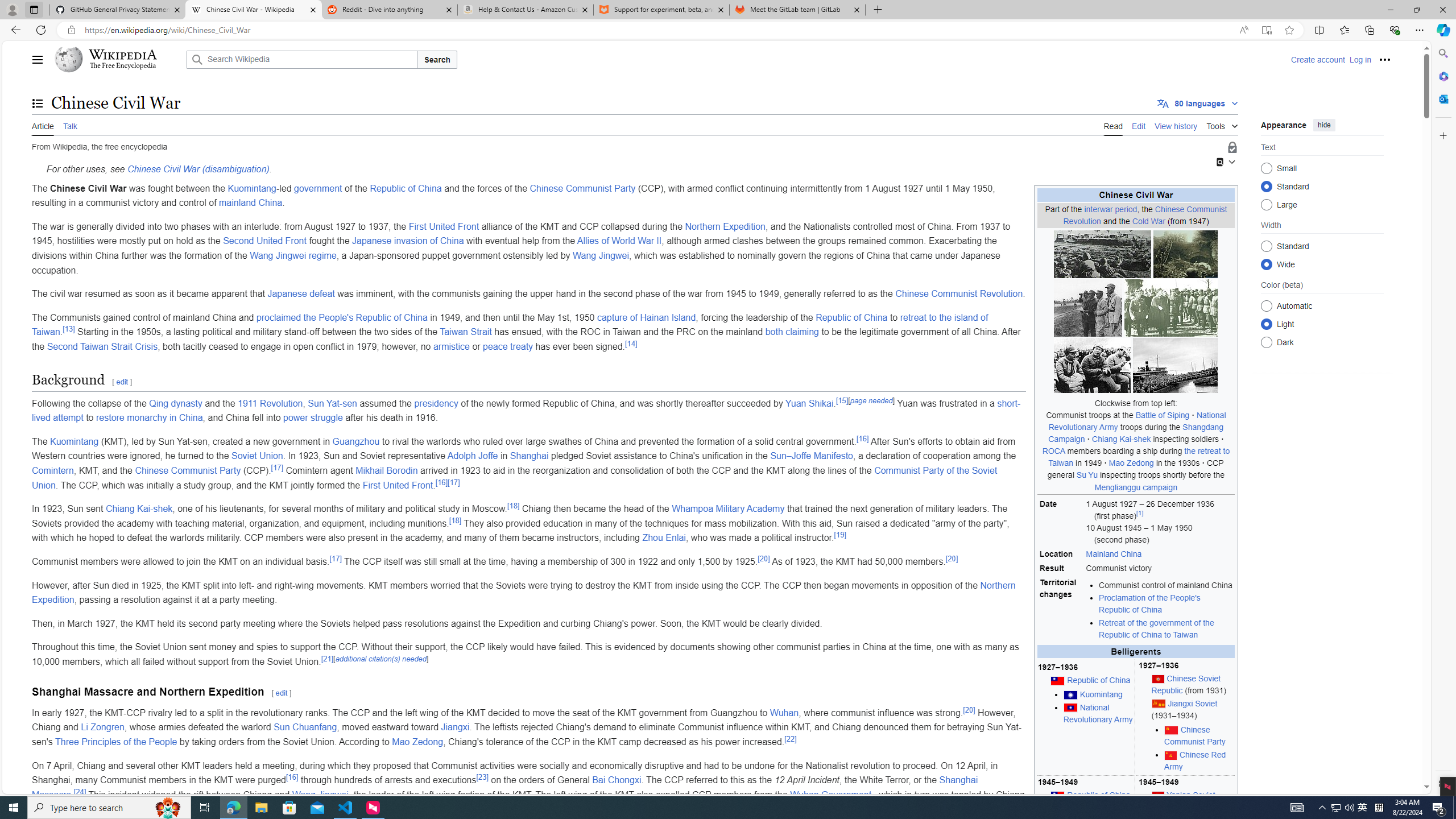  Describe the element at coordinates (1266, 167) in the screenshot. I see `'Small'` at that location.